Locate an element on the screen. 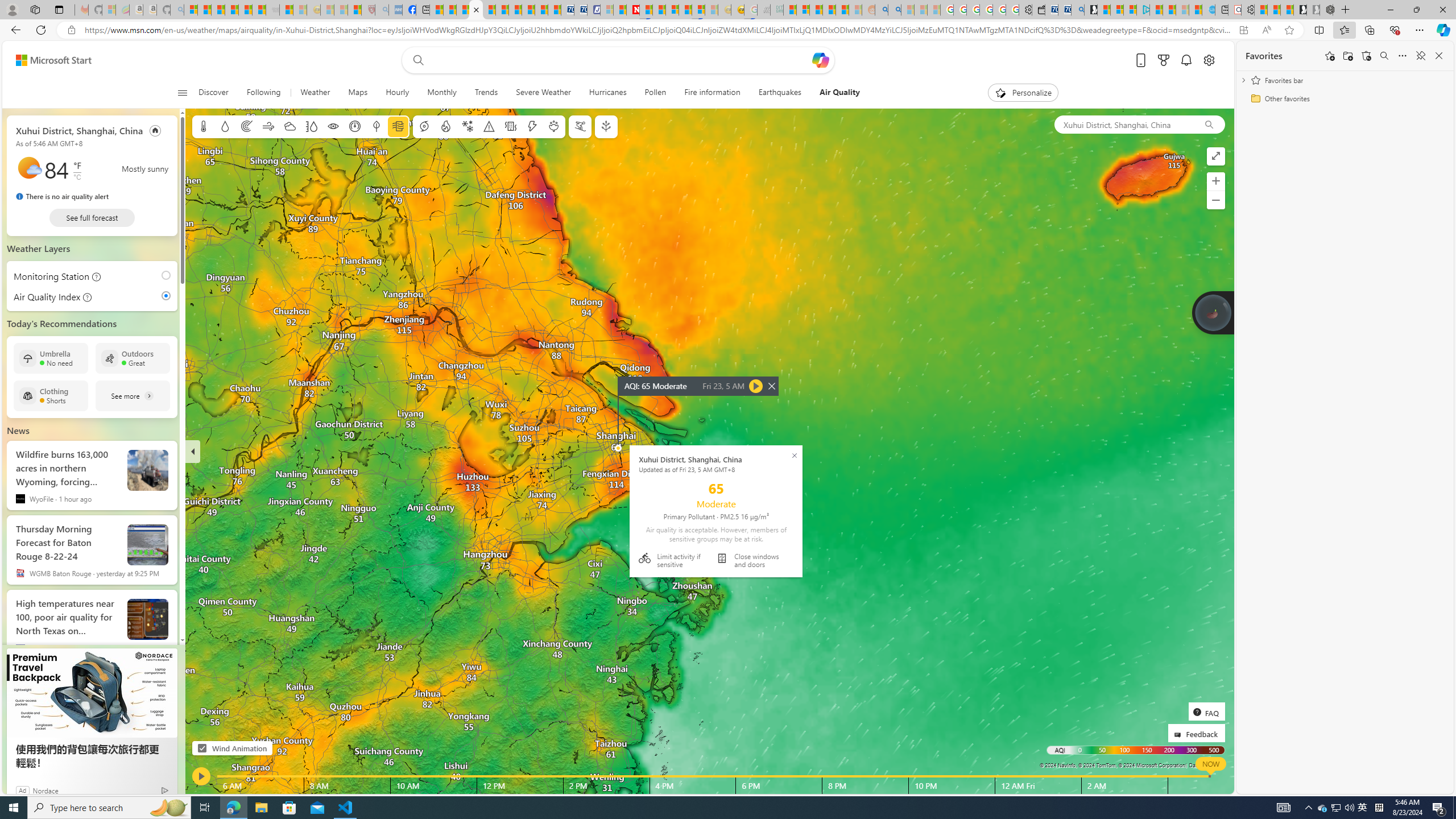  'Class: button-glyph' is located at coordinates (183, 92).